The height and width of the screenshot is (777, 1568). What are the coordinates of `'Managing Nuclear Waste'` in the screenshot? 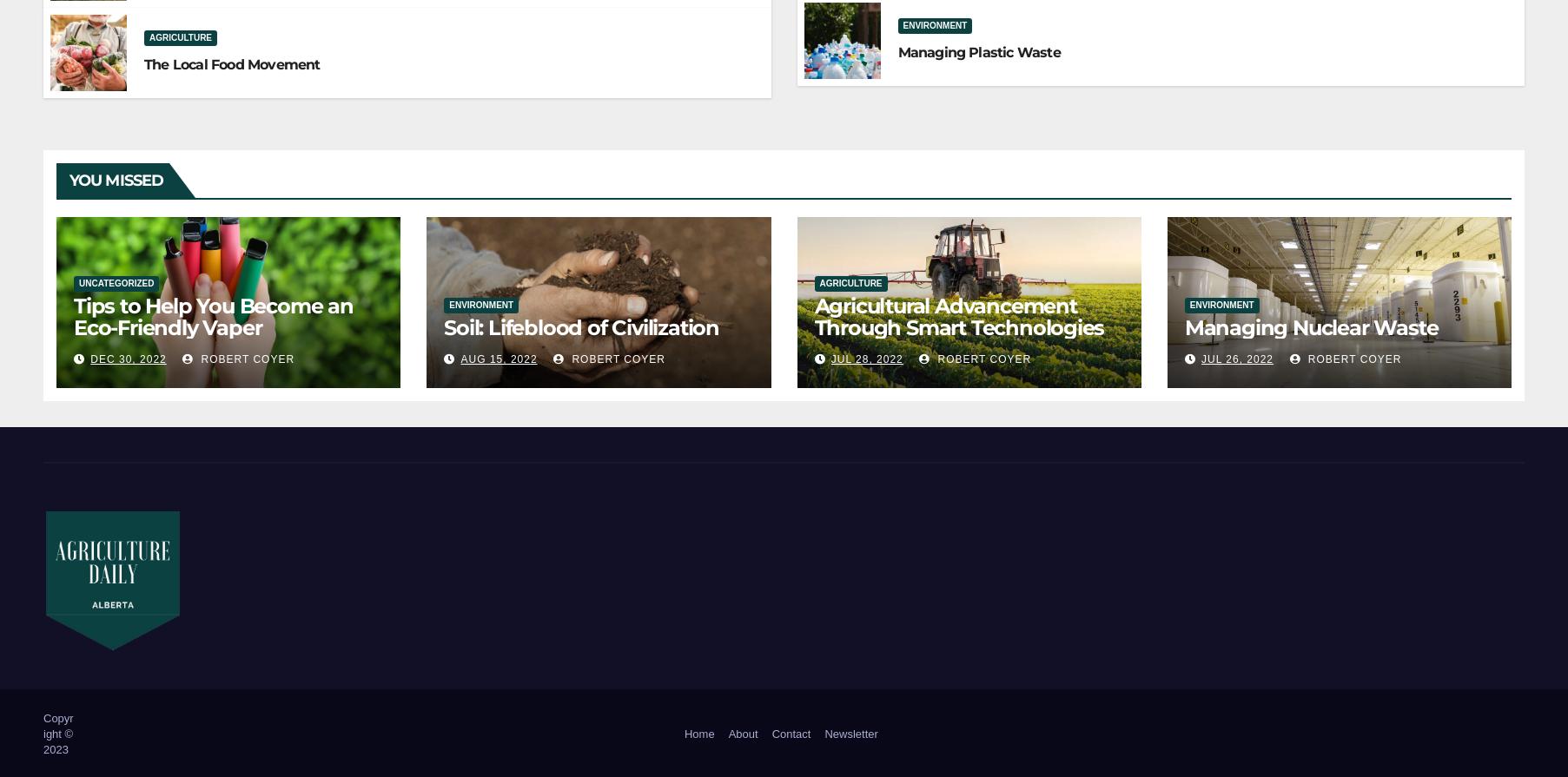 It's located at (1183, 327).